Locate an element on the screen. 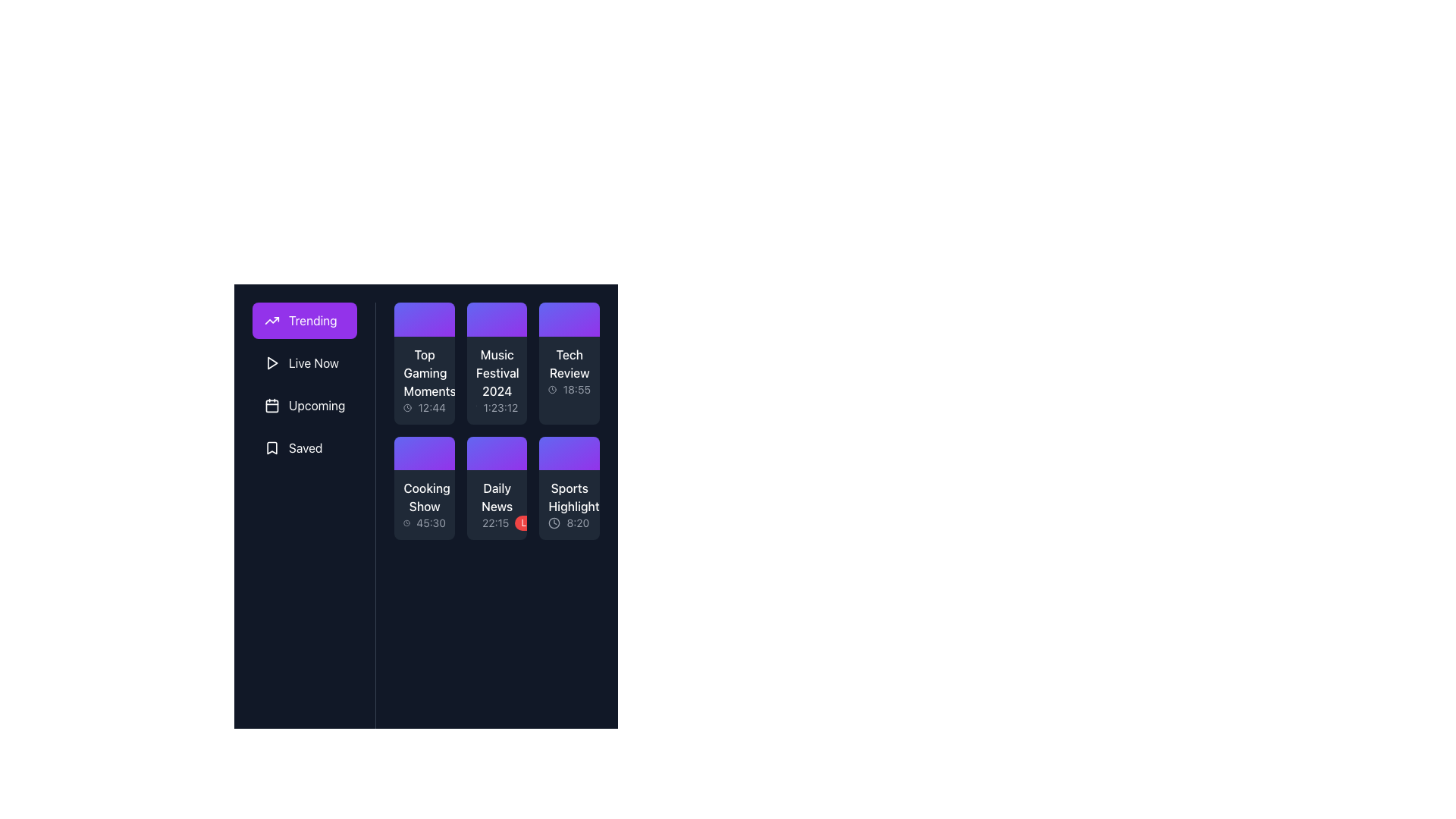  the calendar icon located on the left-hand menu, which represents the 'Upcoming' section is located at coordinates (272, 405).